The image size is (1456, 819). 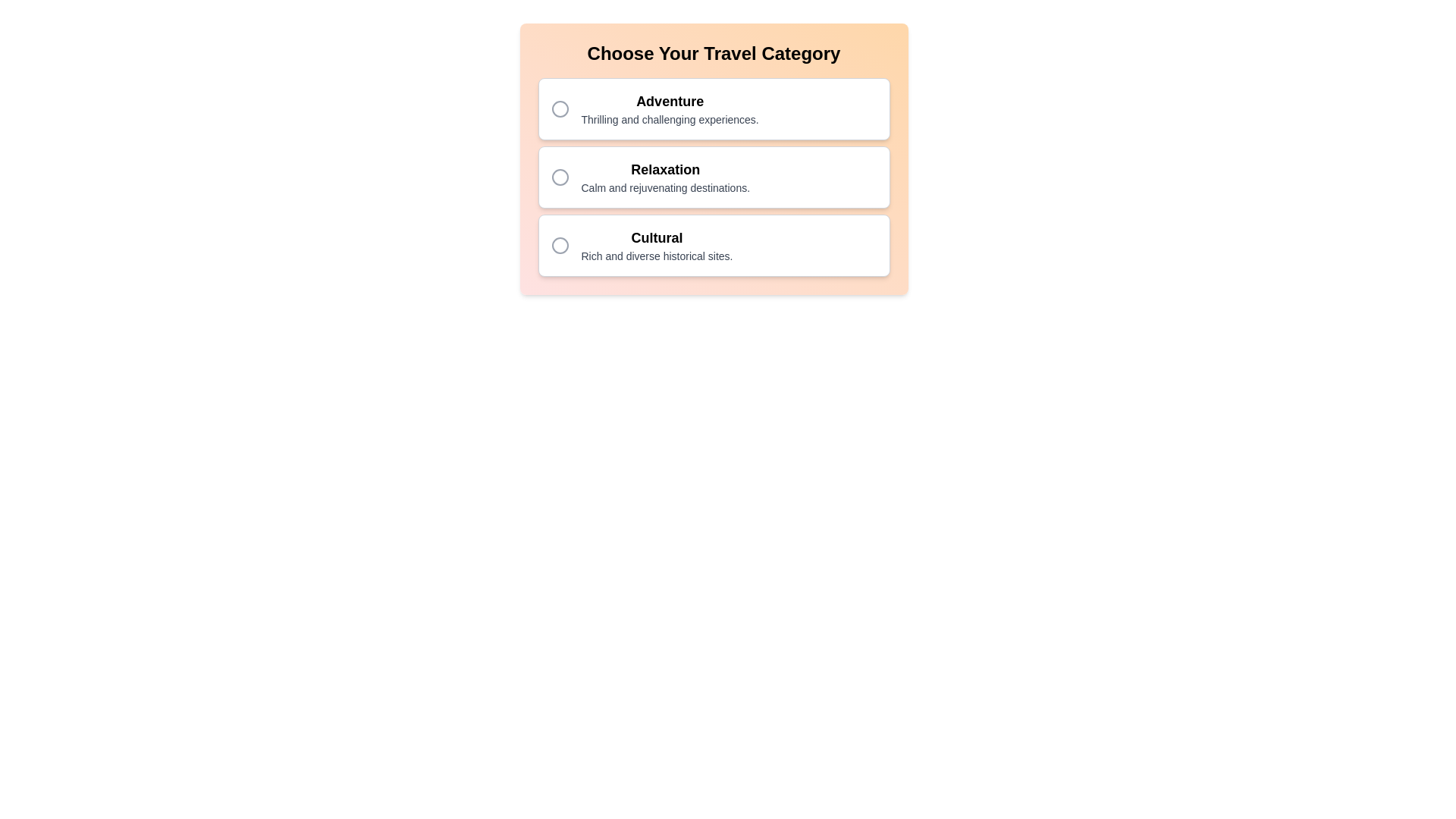 I want to click on the 'Cultural' travel category option located in the third position of the vertically stacked list under the header 'Choose Your Travel Category.', so click(x=657, y=245).